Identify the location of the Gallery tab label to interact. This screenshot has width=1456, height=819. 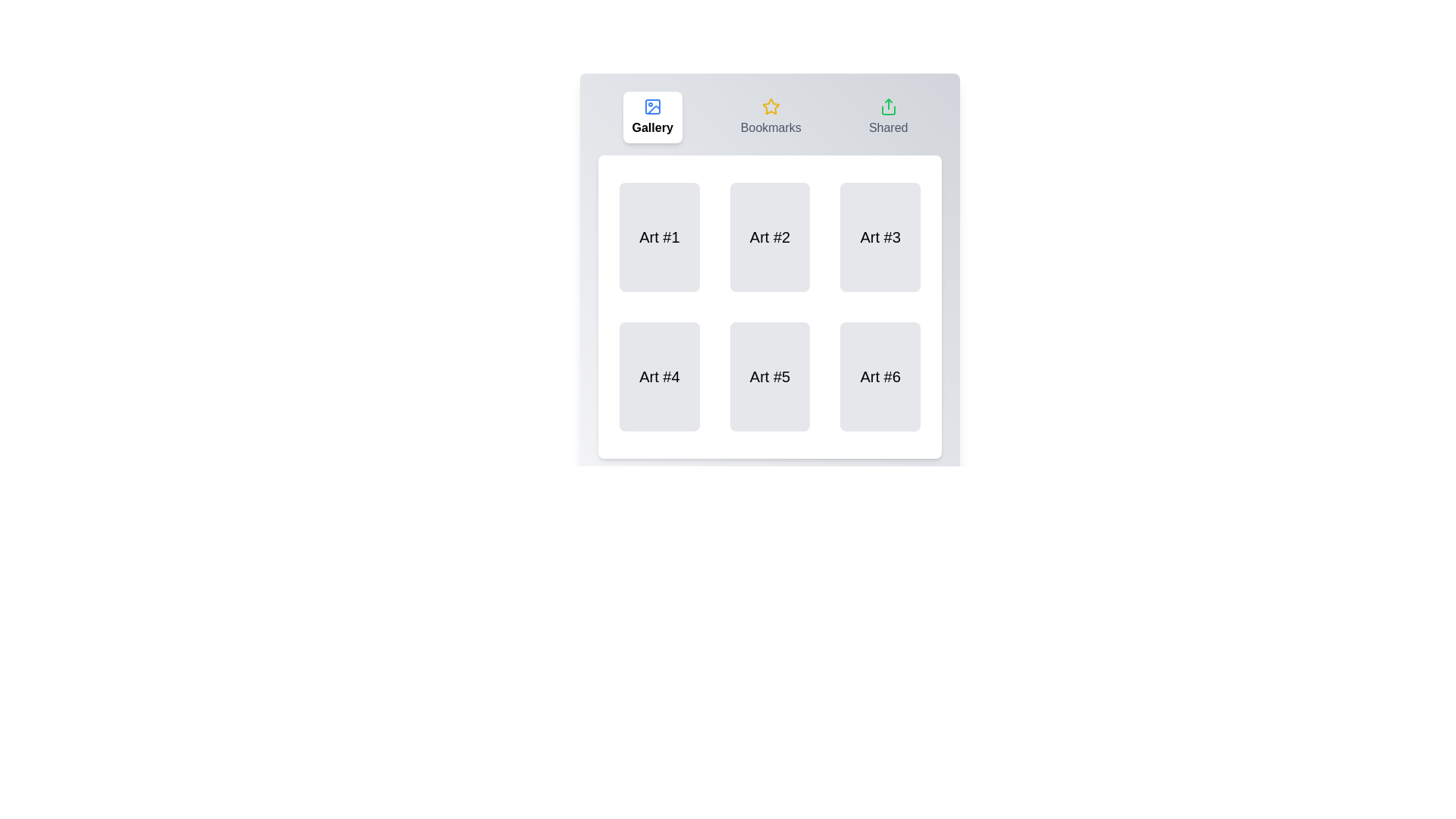
(652, 116).